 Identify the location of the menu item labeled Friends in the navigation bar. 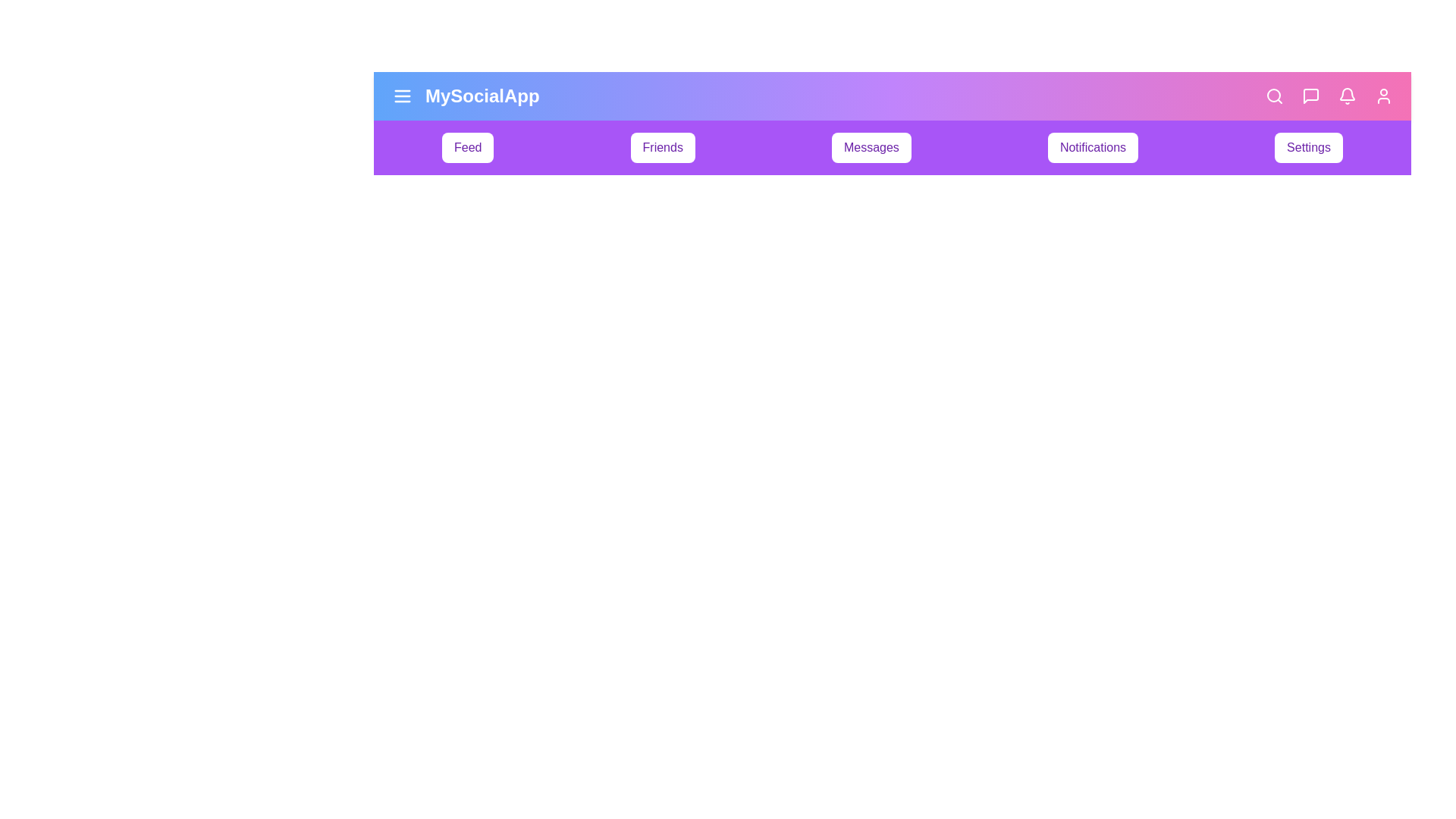
(663, 148).